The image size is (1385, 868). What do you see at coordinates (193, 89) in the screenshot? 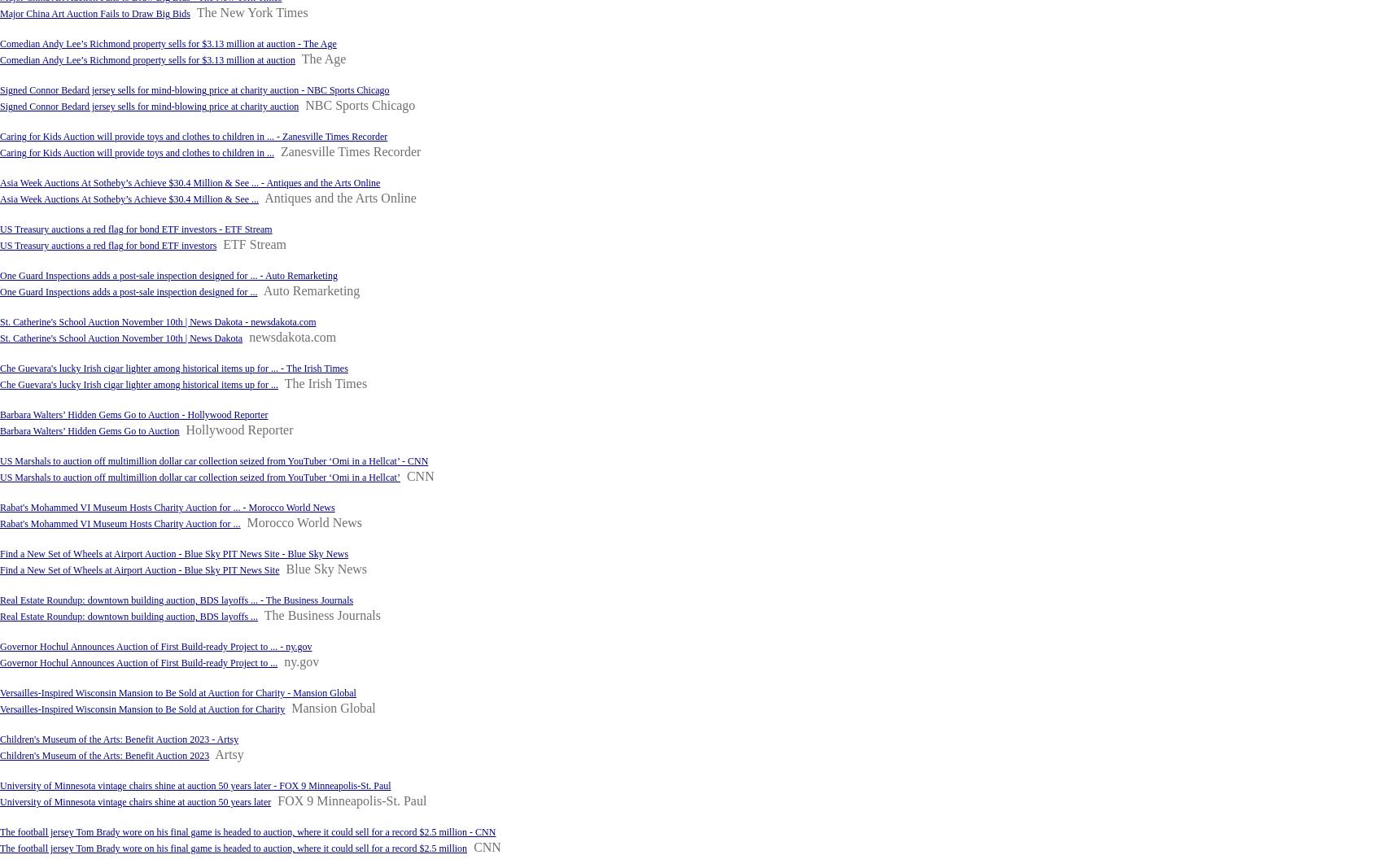
I see `'Signed Connor Bedard jersey sells for mind-blowing price at charity auction - NBC Sports Chicago'` at bounding box center [193, 89].